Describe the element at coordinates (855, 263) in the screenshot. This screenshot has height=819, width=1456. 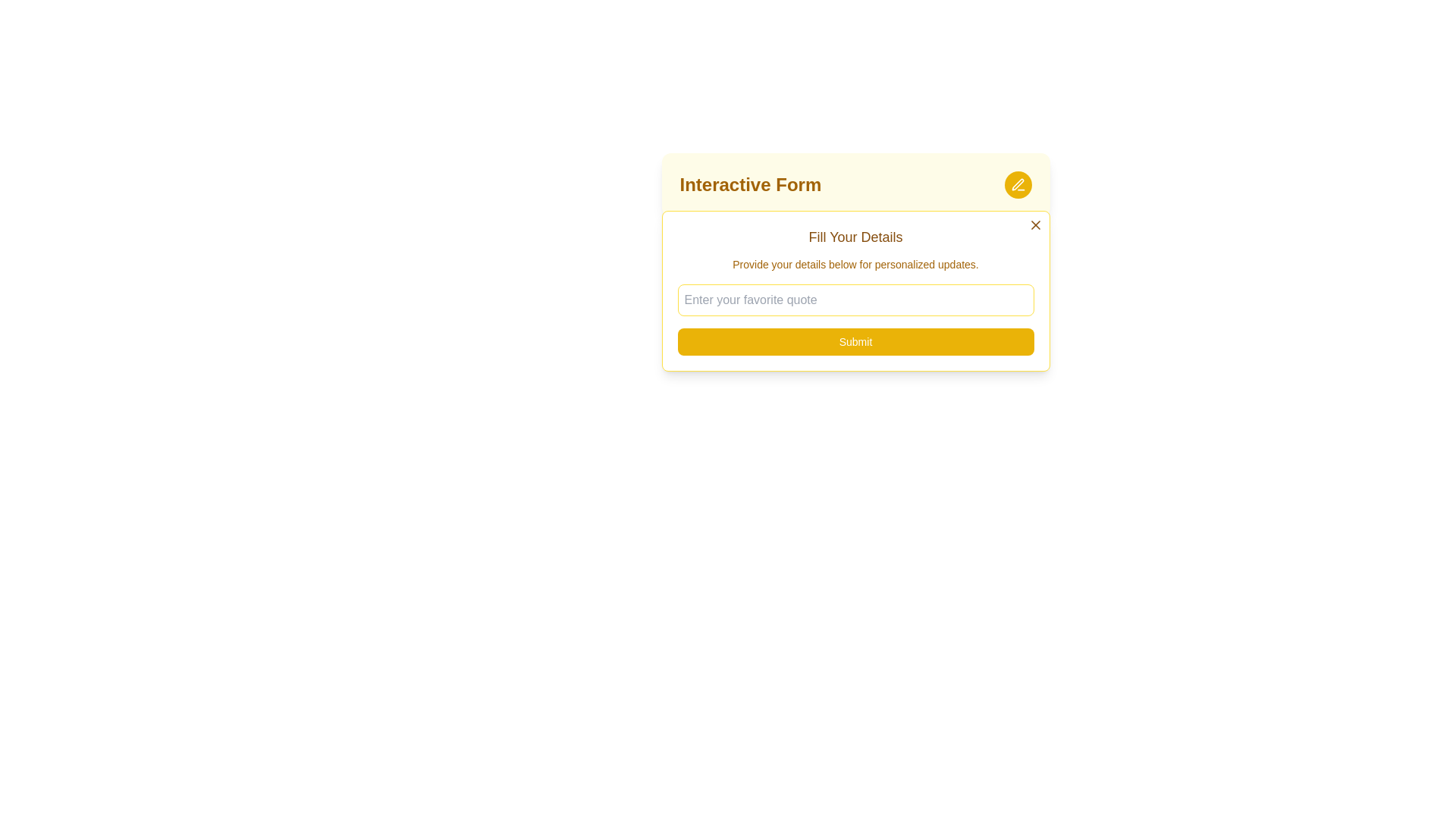
I see `the static text element displaying 'Provide your details below for personalized updates.', which is located below the header 'Fill Your Details.'` at that location.